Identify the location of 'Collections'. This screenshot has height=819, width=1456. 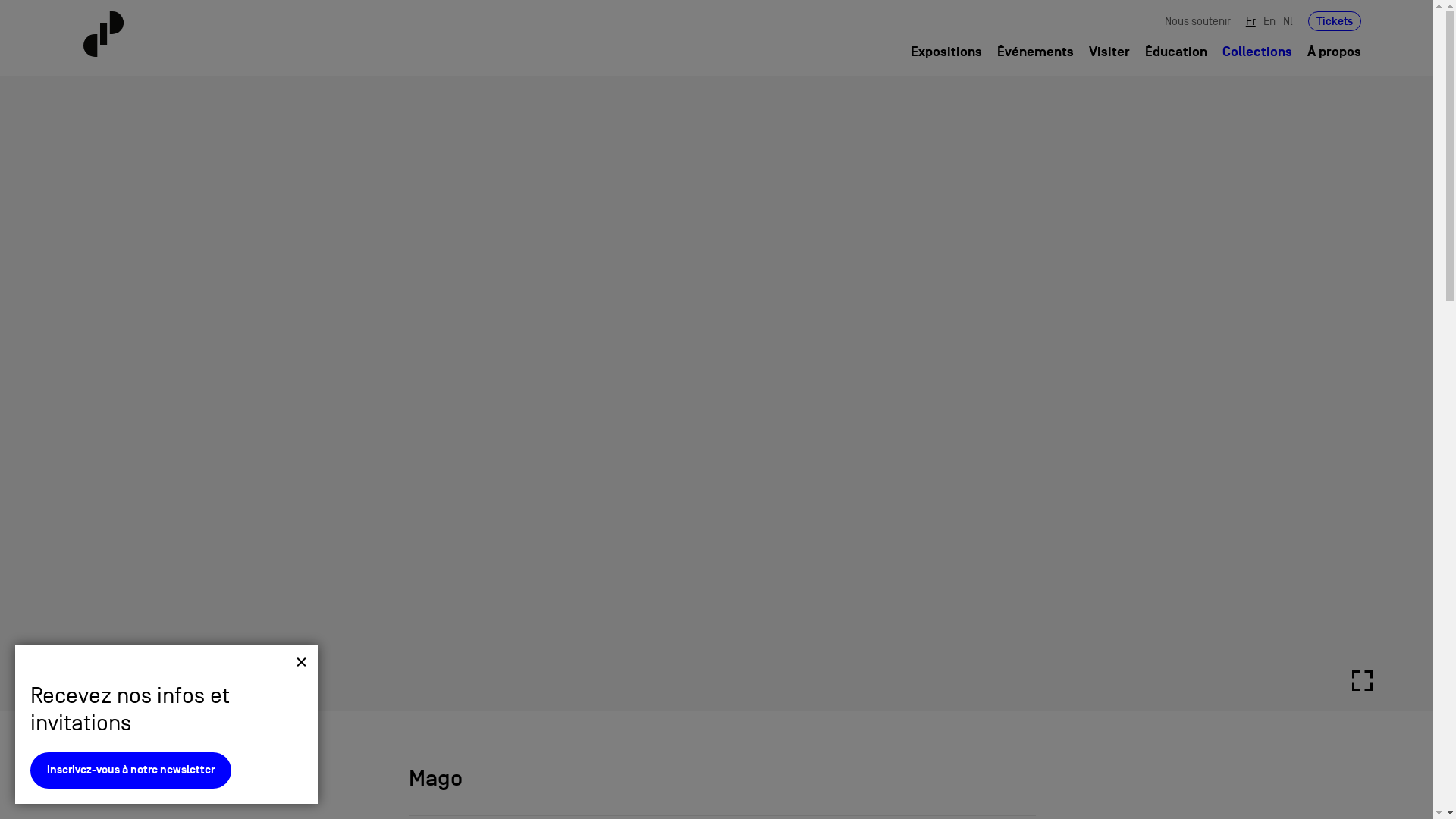
(130, 780).